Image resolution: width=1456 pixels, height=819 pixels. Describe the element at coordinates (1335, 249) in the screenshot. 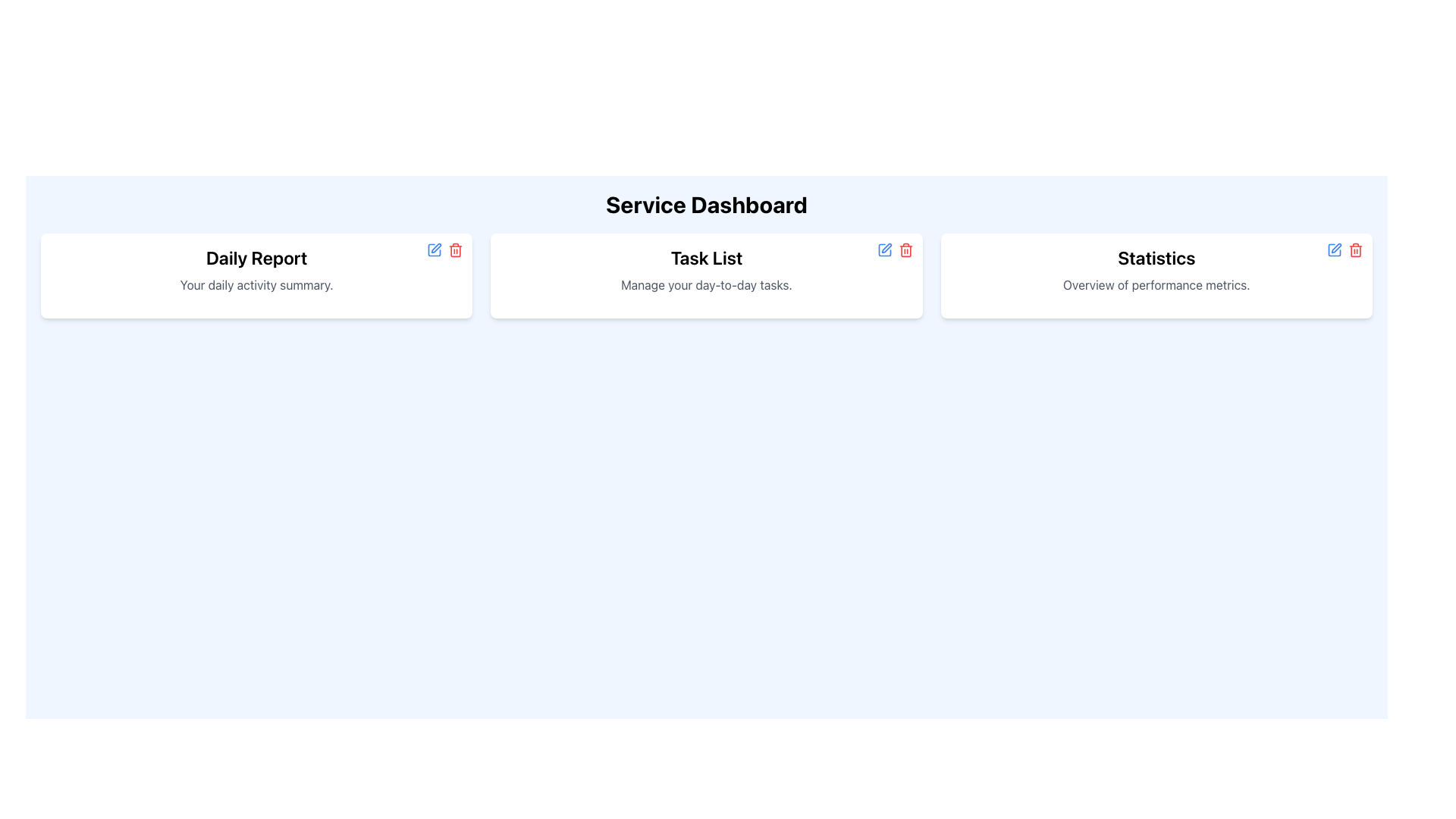

I see `the line-art style square icon with a pen overlay, located to the left of the word 'Statistics' in the rightmost card` at that location.